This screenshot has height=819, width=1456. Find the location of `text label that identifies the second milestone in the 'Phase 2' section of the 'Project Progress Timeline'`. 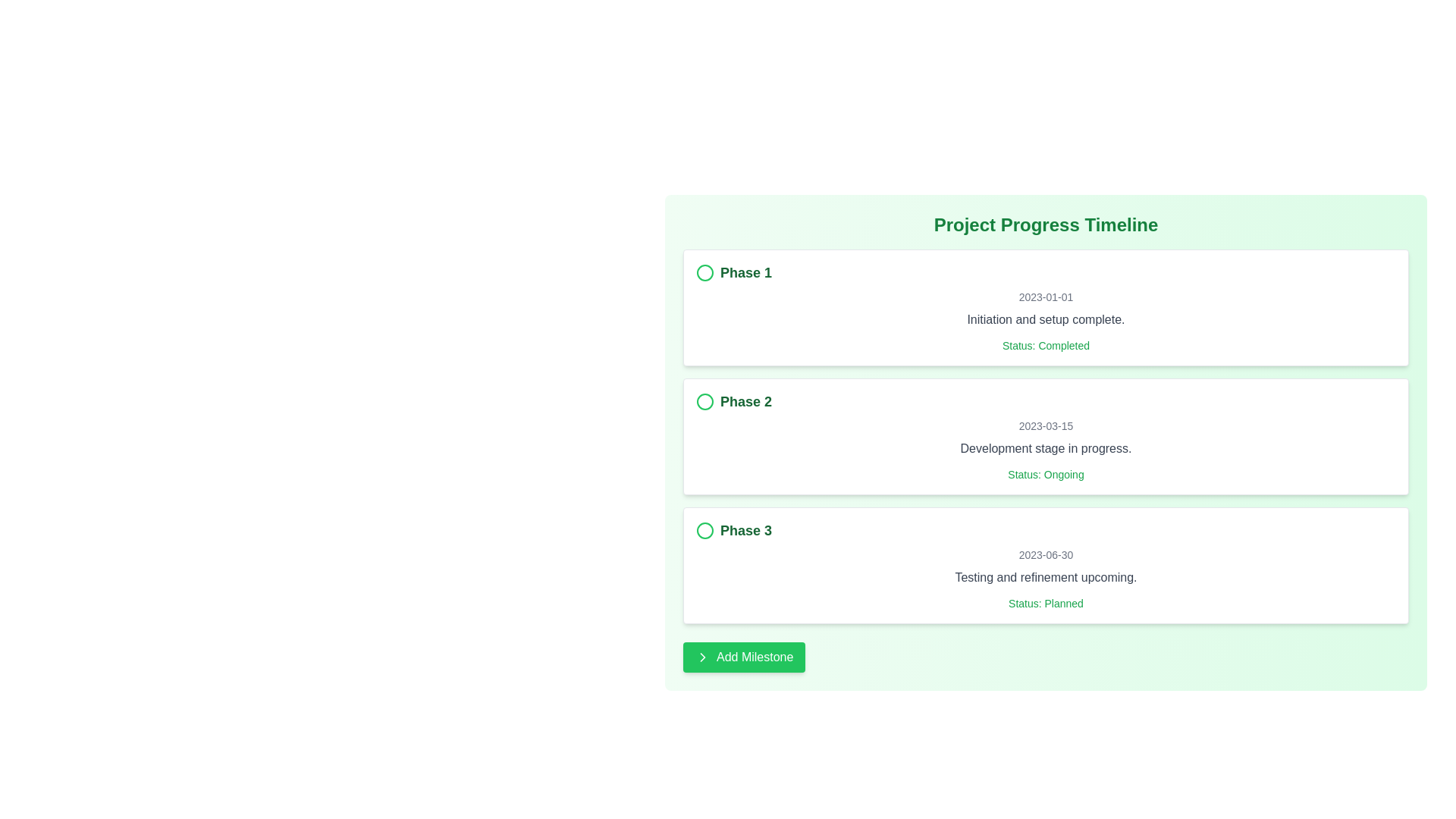

text label that identifies the second milestone in the 'Phase 2' section of the 'Project Progress Timeline' is located at coordinates (745, 400).